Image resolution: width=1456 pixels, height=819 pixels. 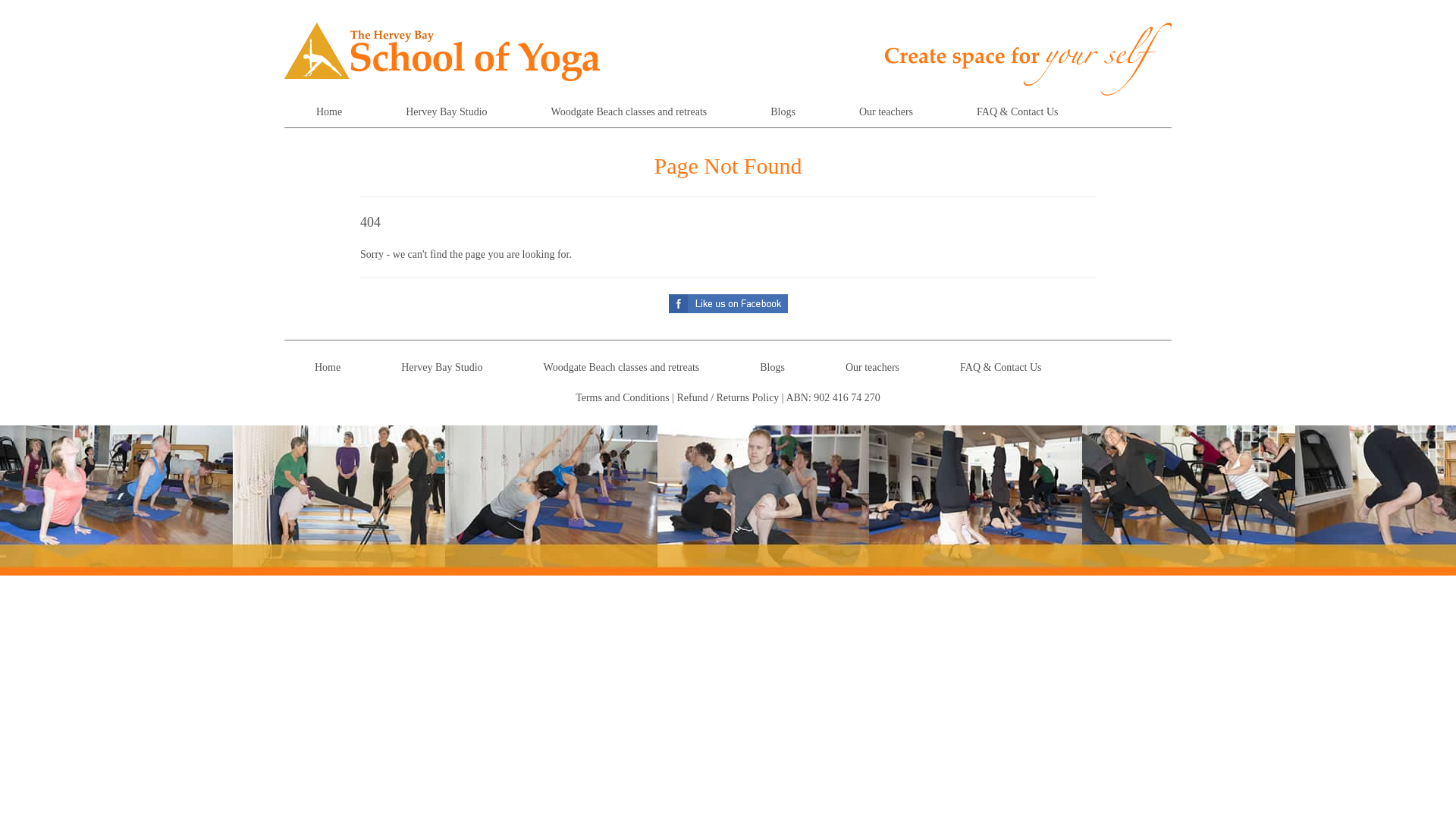 I want to click on 'Home', so click(x=328, y=111).